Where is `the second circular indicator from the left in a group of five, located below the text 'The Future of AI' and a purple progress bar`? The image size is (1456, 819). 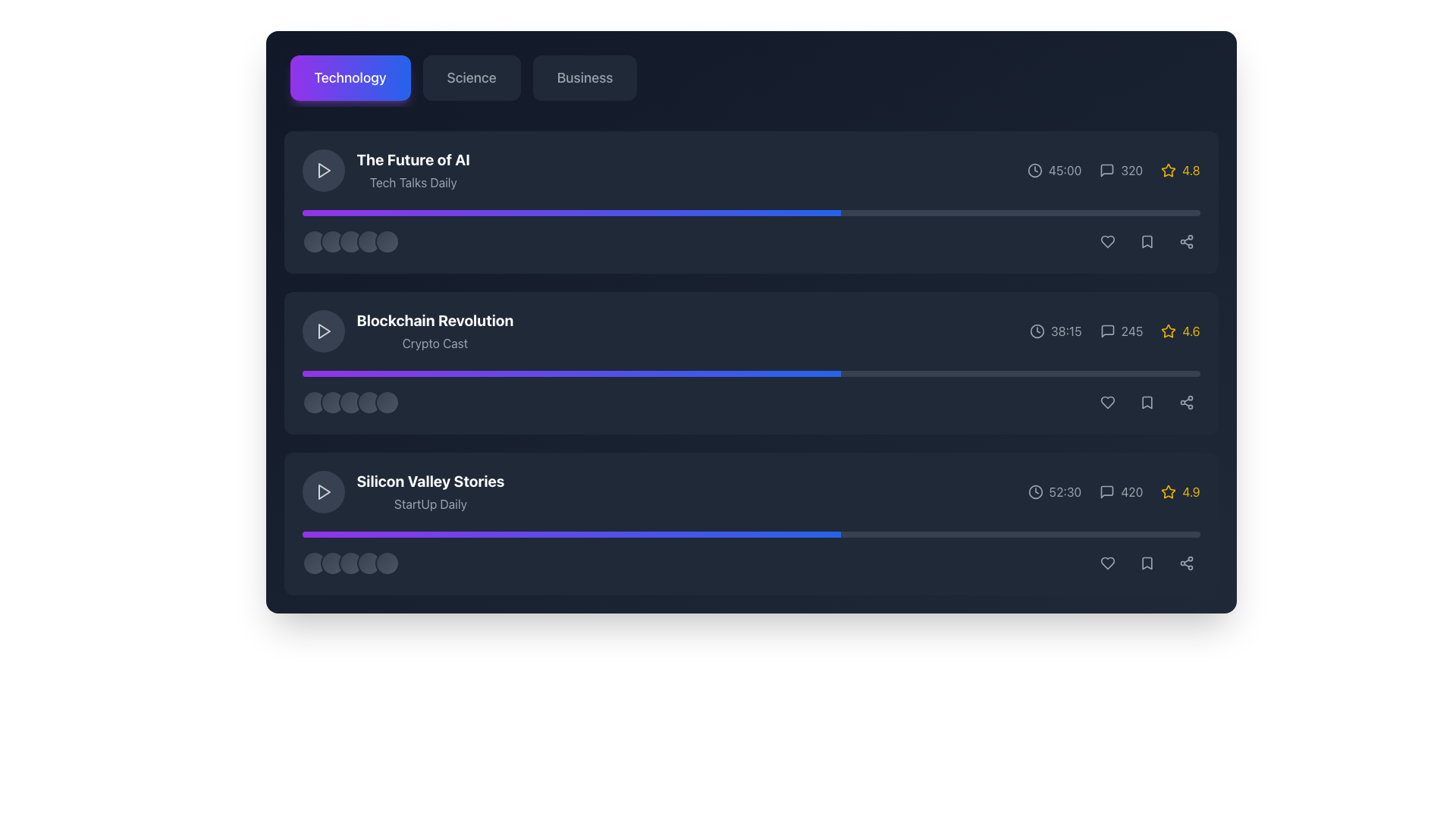 the second circular indicator from the left in a group of five, located below the text 'The Future of AI' and a purple progress bar is located at coordinates (331, 241).